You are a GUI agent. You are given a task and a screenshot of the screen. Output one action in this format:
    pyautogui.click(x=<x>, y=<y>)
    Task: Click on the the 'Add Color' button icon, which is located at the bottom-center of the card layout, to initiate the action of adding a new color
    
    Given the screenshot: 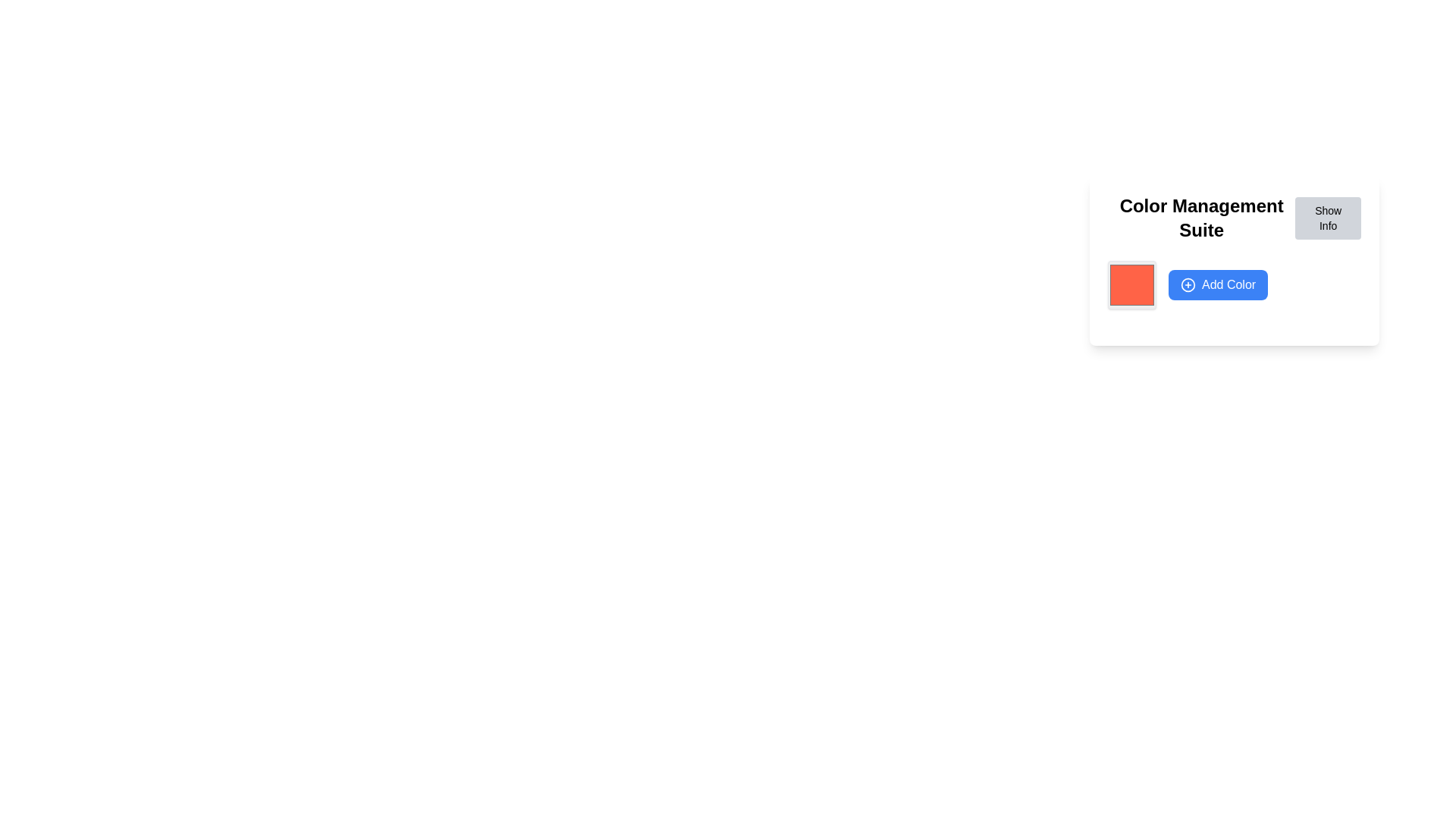 What is the action you would take?
    pyautogui.click(x=1187, y=284)
    